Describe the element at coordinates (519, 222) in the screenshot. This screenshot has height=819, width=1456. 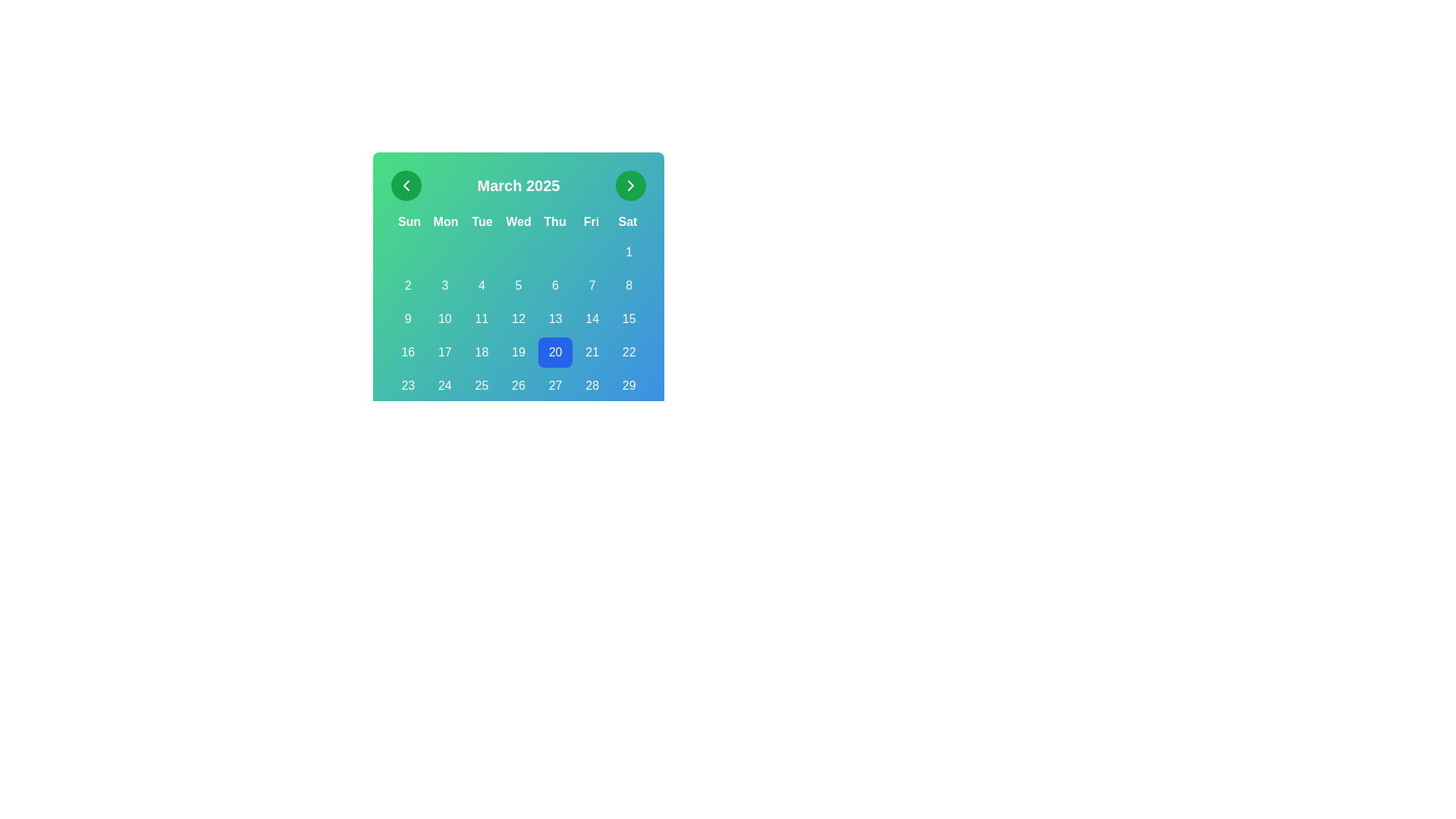
I see `day names from the header row of the calendar grid, which is located under 'March 2025' and above the dates grid` at that location.